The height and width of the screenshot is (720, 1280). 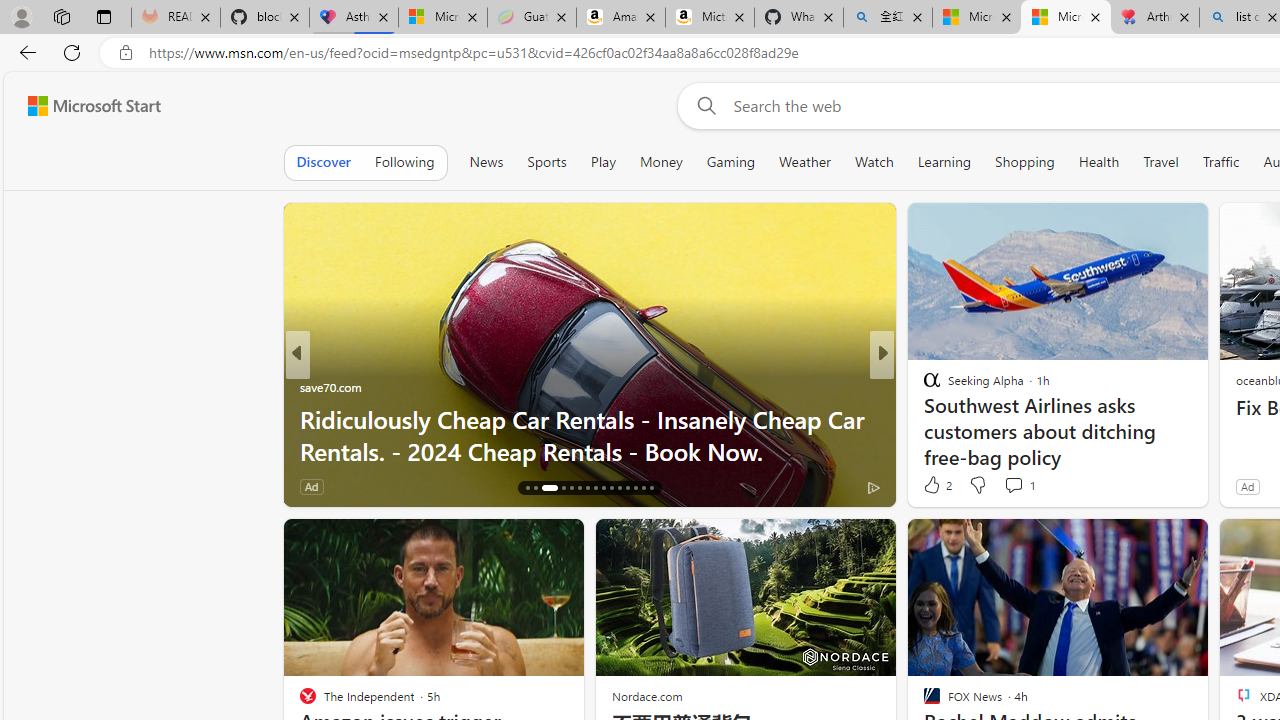 What do you see at coordinates (1020, 486) in the screenshot?
I see `'View comments 20 Comment'` at bounding box center [1020, 486].